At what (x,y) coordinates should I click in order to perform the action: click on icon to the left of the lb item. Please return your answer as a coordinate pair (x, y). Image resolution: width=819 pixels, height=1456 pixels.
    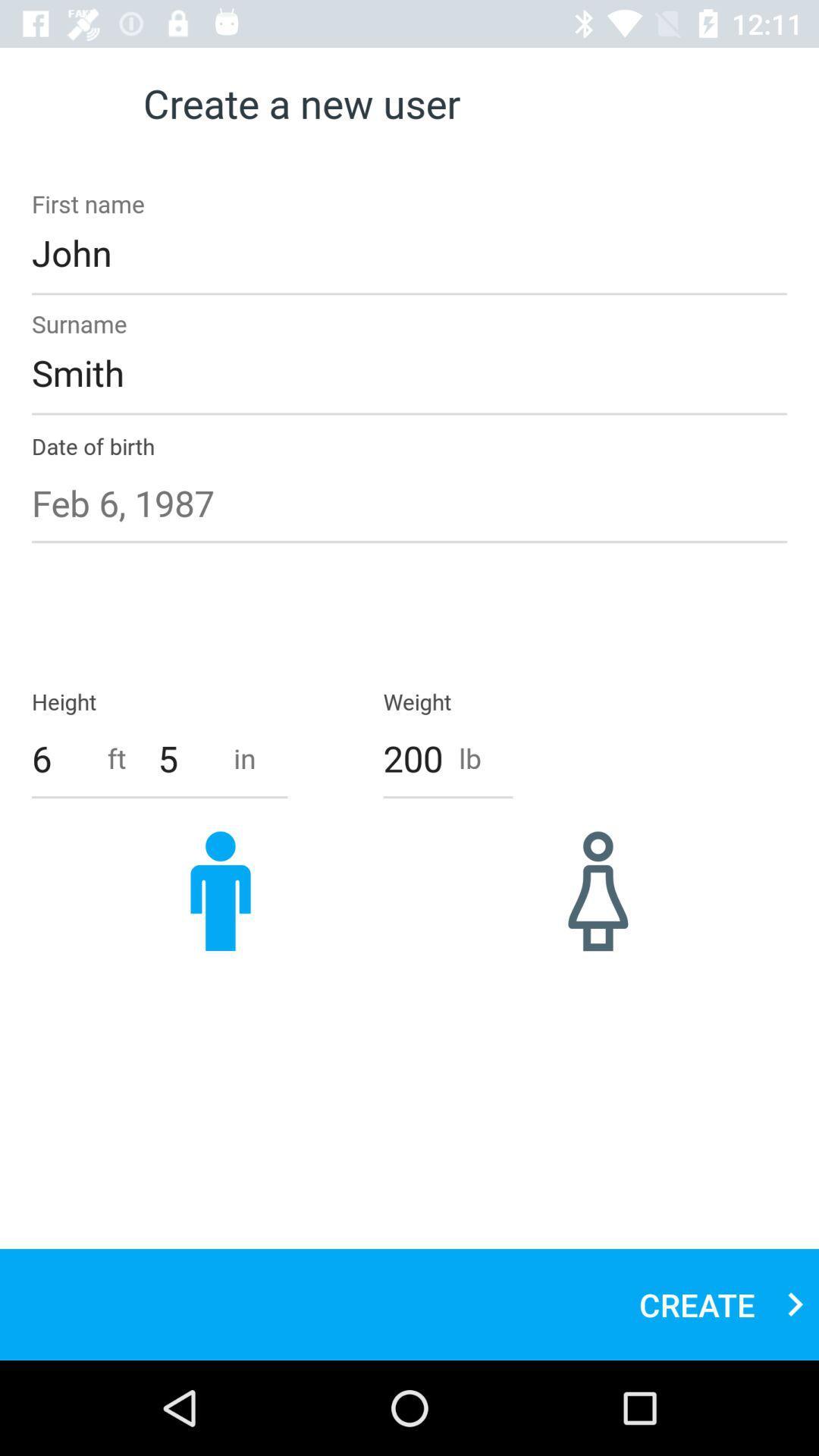
    Looking at the image, I should click on (413, 758).